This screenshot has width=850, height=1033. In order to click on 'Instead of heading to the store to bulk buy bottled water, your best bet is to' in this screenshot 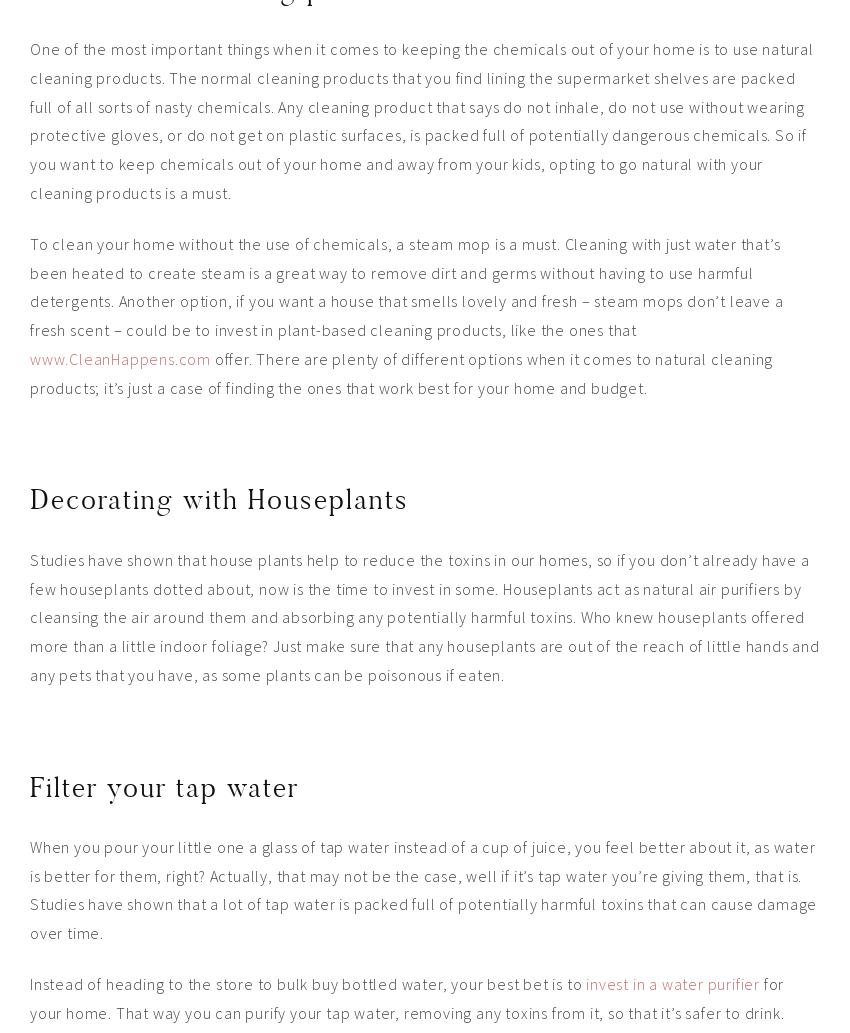, I will do `click(308, 983)`.